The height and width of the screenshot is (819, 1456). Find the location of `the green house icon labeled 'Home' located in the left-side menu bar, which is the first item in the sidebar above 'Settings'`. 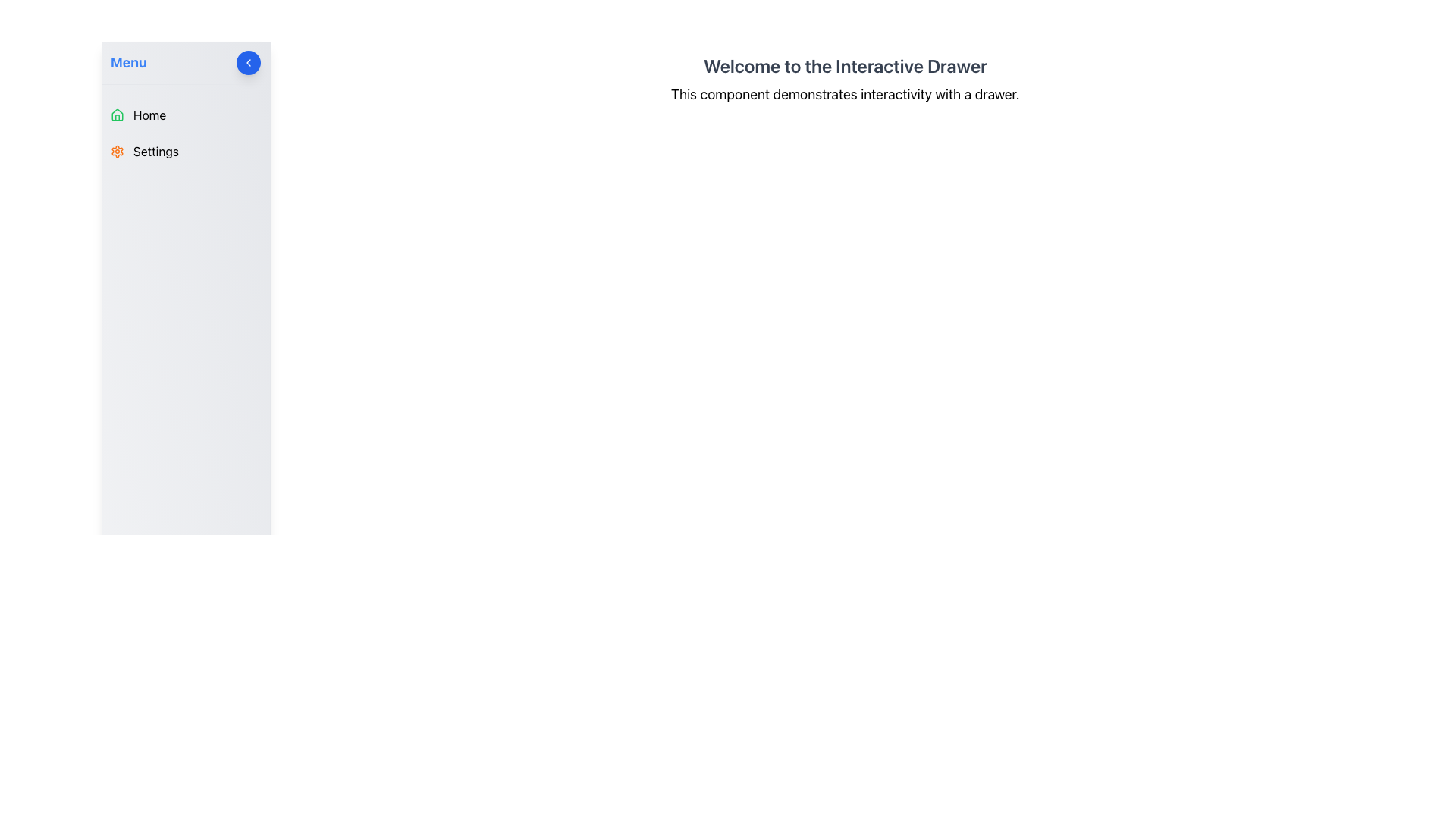

the green house icon labeled 'Home' located in the left-side menu bar, which is the first item in the sidebar above 'Settings' is located at coordinates (116, 114).